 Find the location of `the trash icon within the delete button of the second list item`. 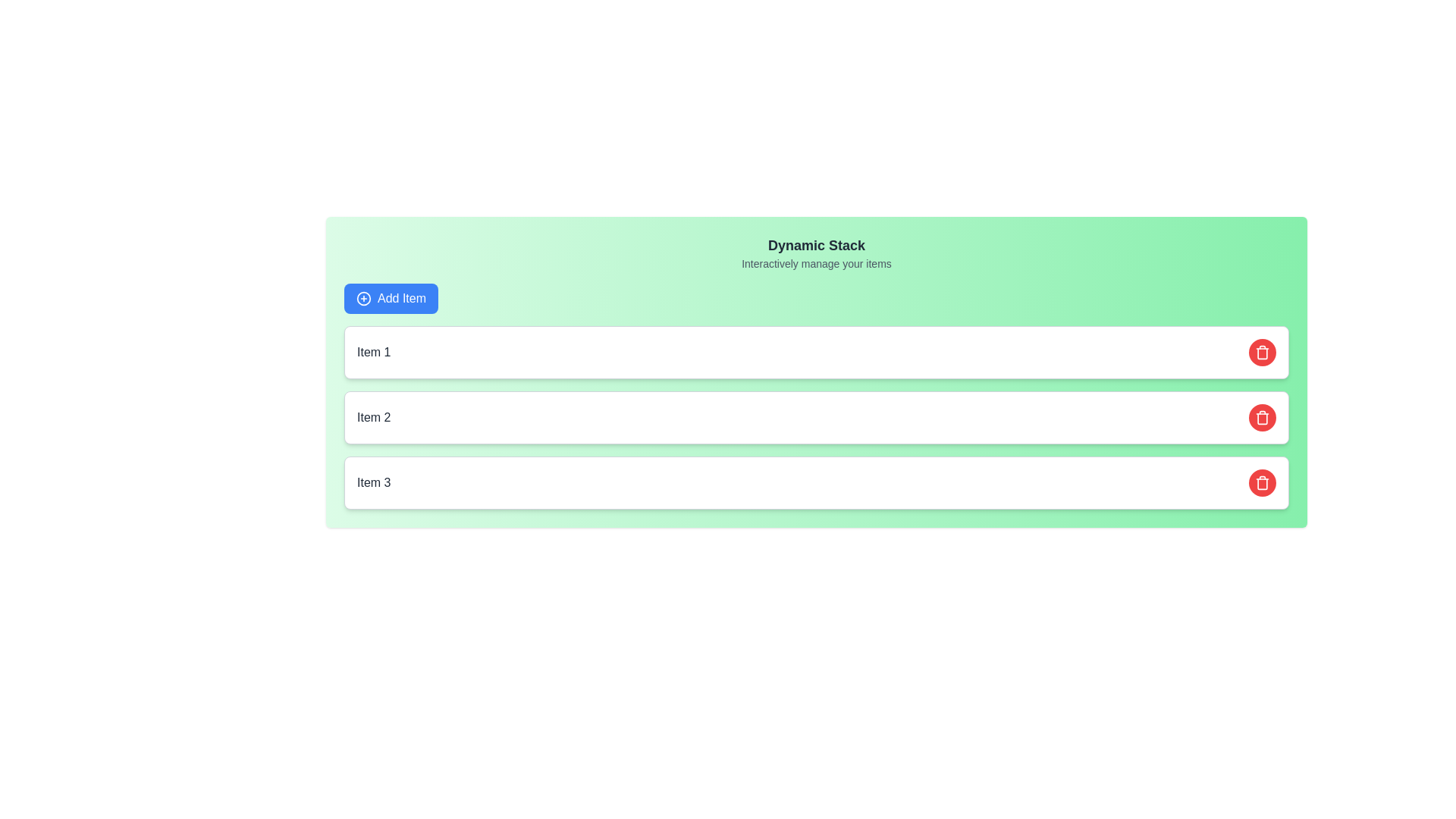

the trash icon within the delete button of the second list item is located at coordinates (1263, 418).